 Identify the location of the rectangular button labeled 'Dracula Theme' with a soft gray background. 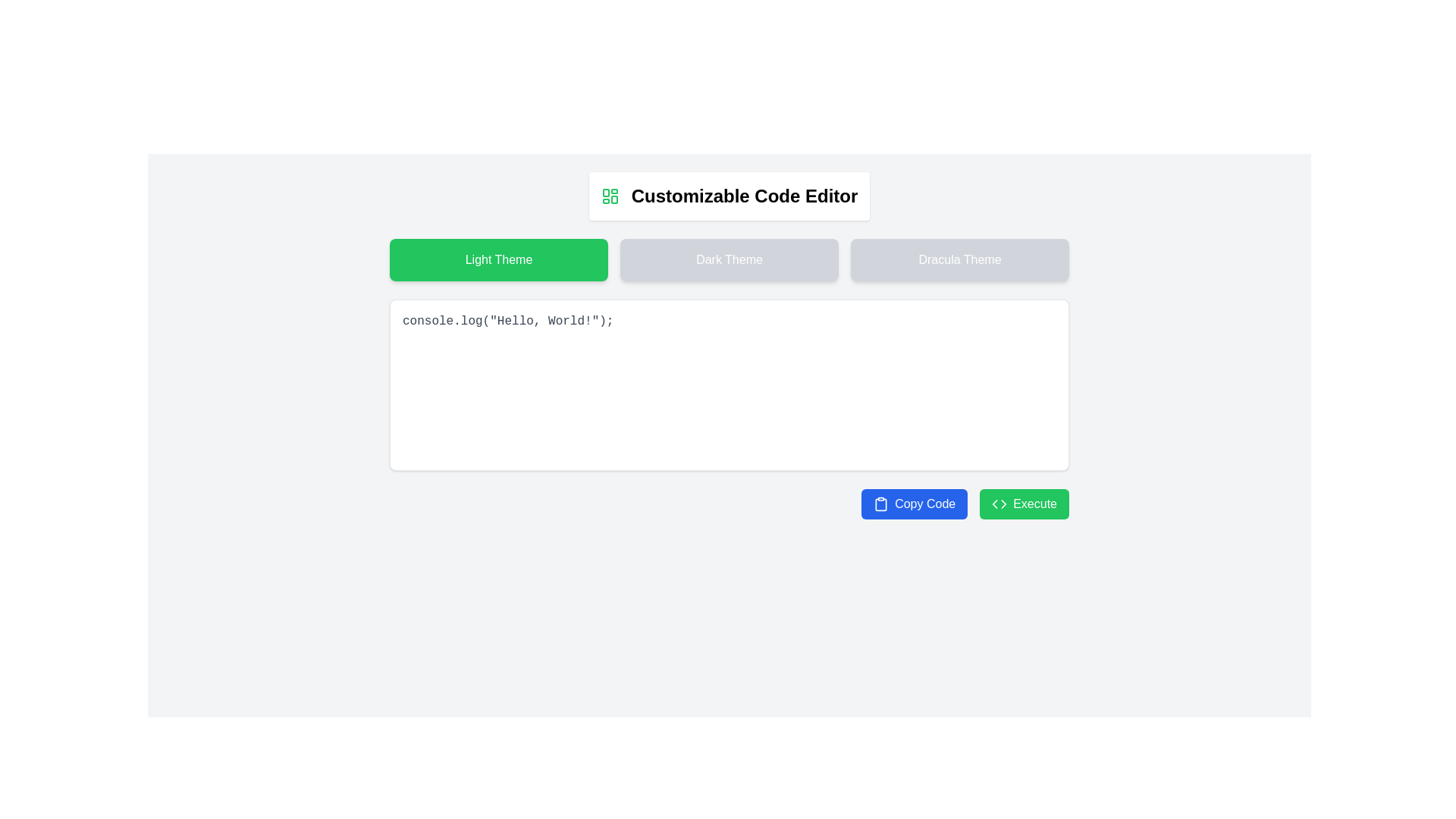
(959, 259).